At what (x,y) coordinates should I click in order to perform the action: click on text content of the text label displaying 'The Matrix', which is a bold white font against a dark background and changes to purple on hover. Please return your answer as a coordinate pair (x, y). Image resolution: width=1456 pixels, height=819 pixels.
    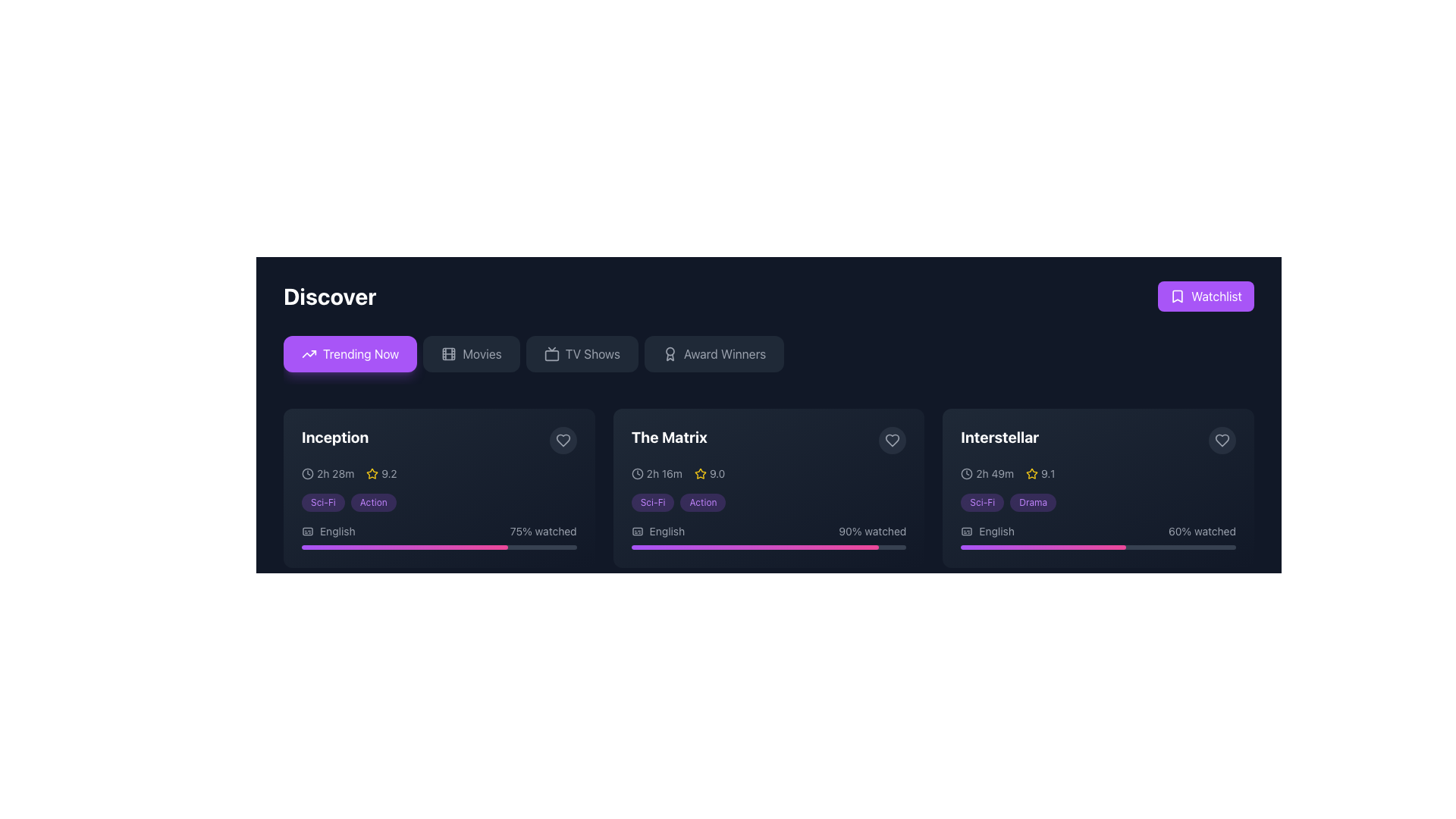
    Looking at the image, I should click on (668, 438).